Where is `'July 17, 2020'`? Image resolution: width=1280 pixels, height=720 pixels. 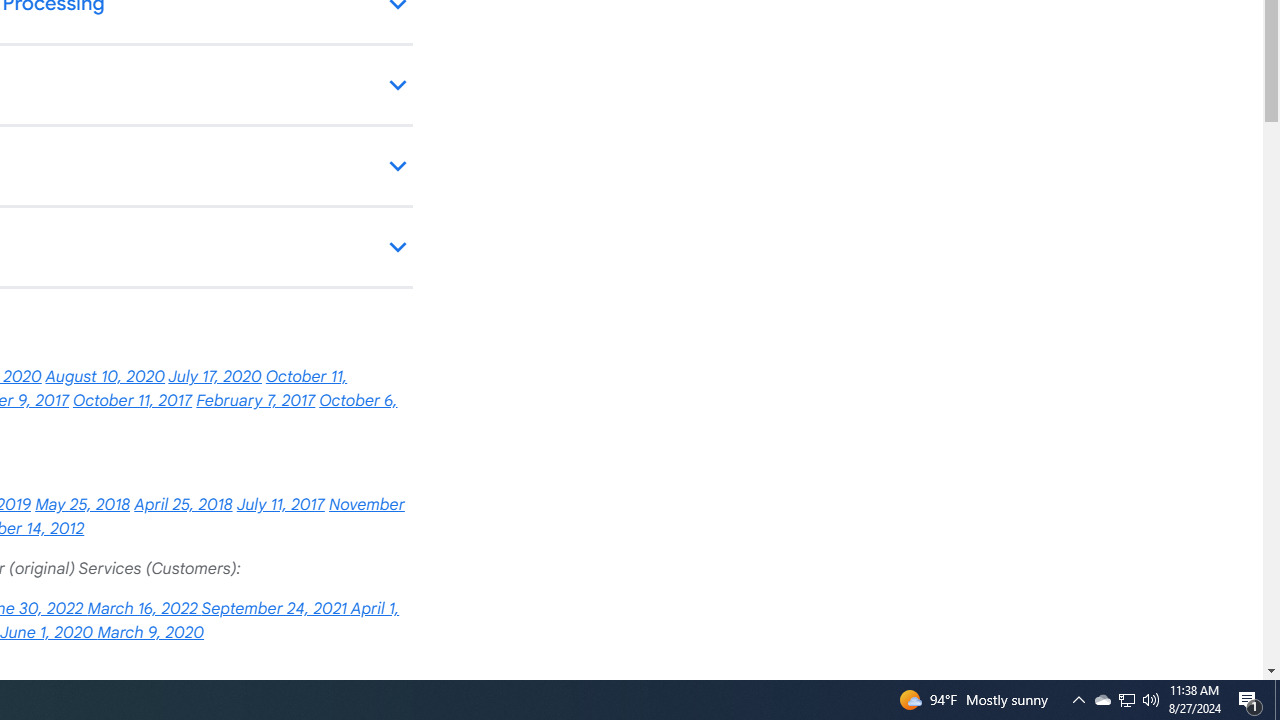
'July 17, 2020' is located at coordinates (215, 377).